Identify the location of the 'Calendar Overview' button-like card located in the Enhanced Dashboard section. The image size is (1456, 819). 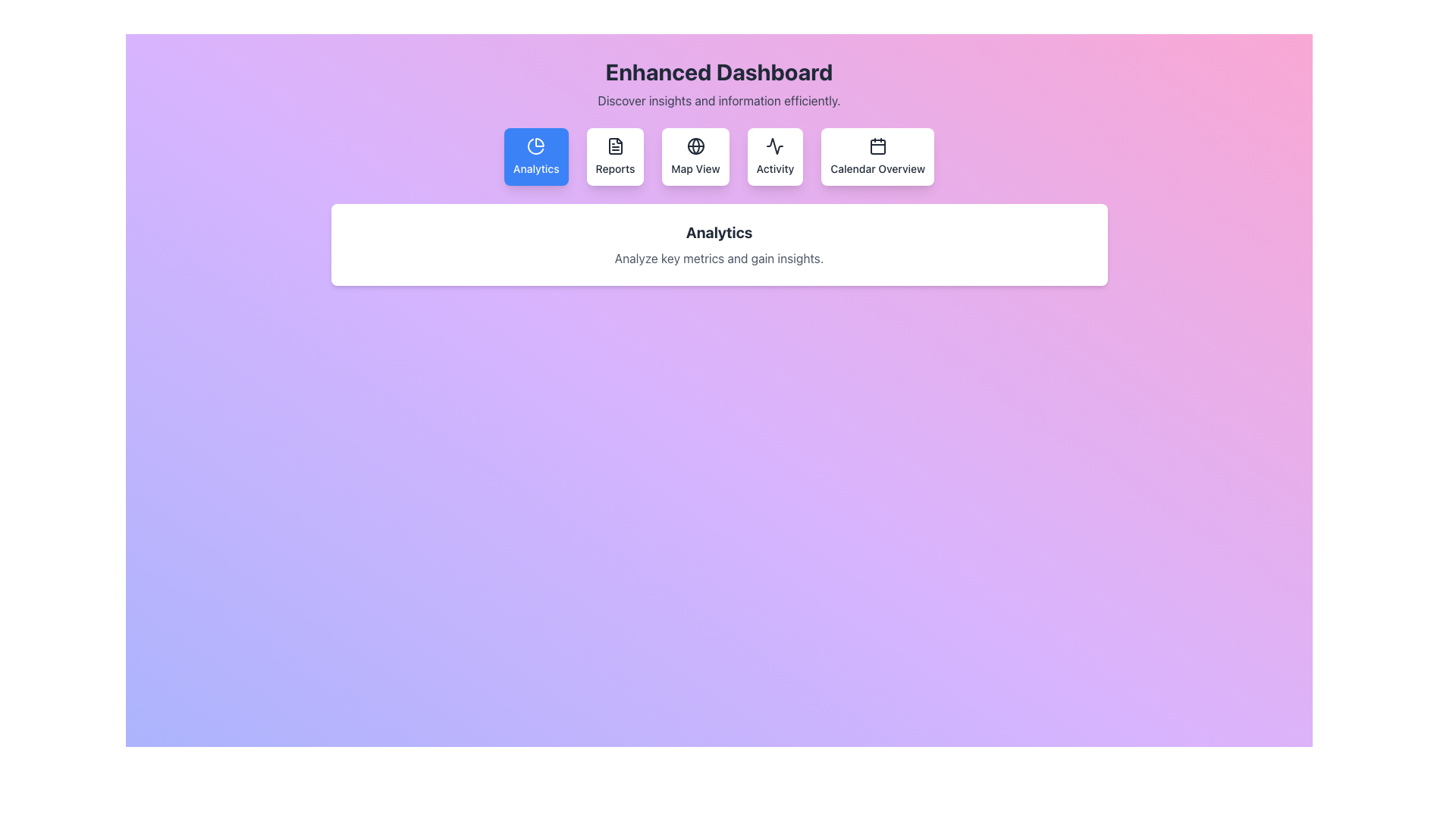
(877, 157).